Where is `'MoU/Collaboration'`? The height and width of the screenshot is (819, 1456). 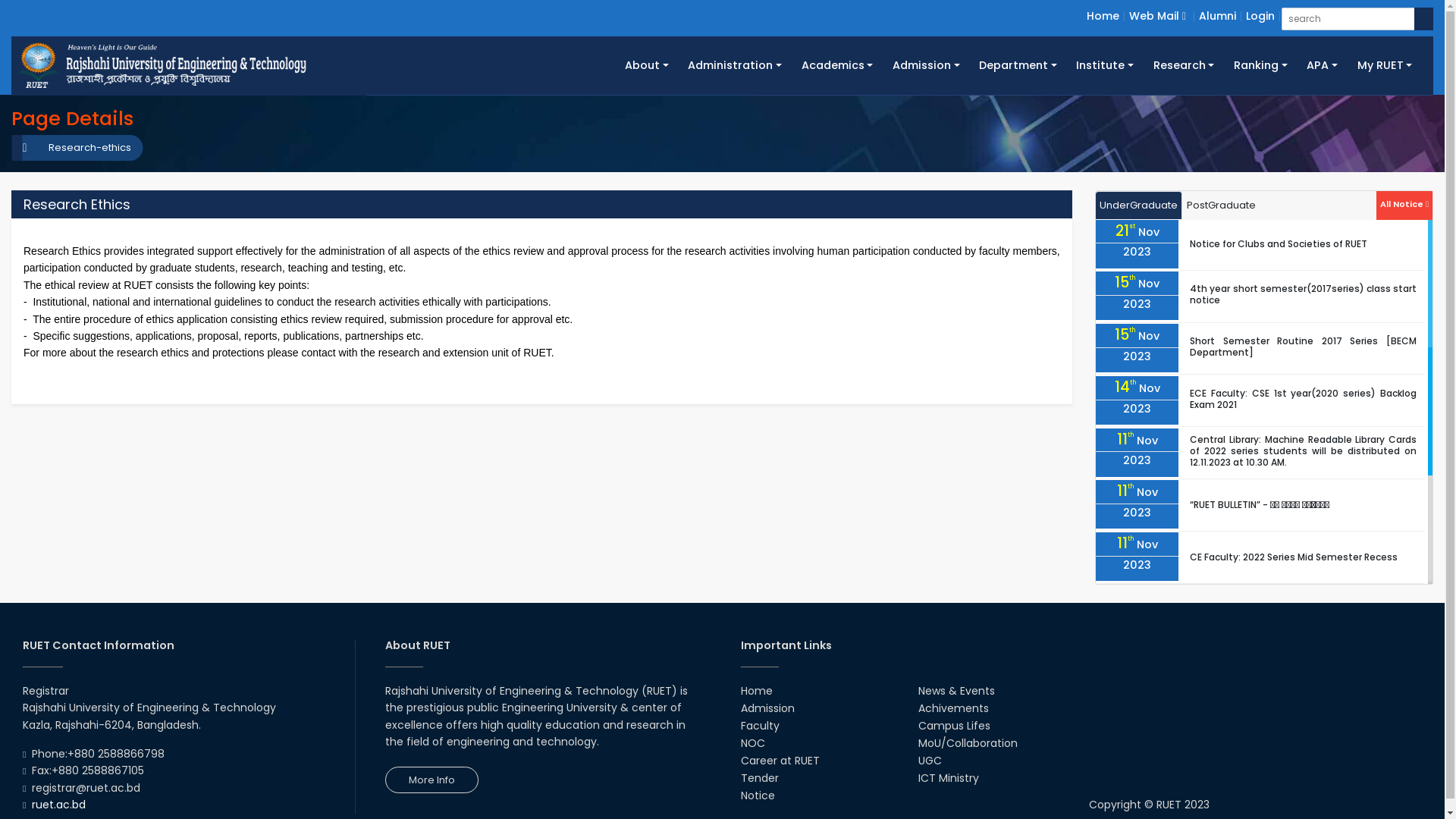 'MoU/Collaboration' is located at coordinates (917, 742).